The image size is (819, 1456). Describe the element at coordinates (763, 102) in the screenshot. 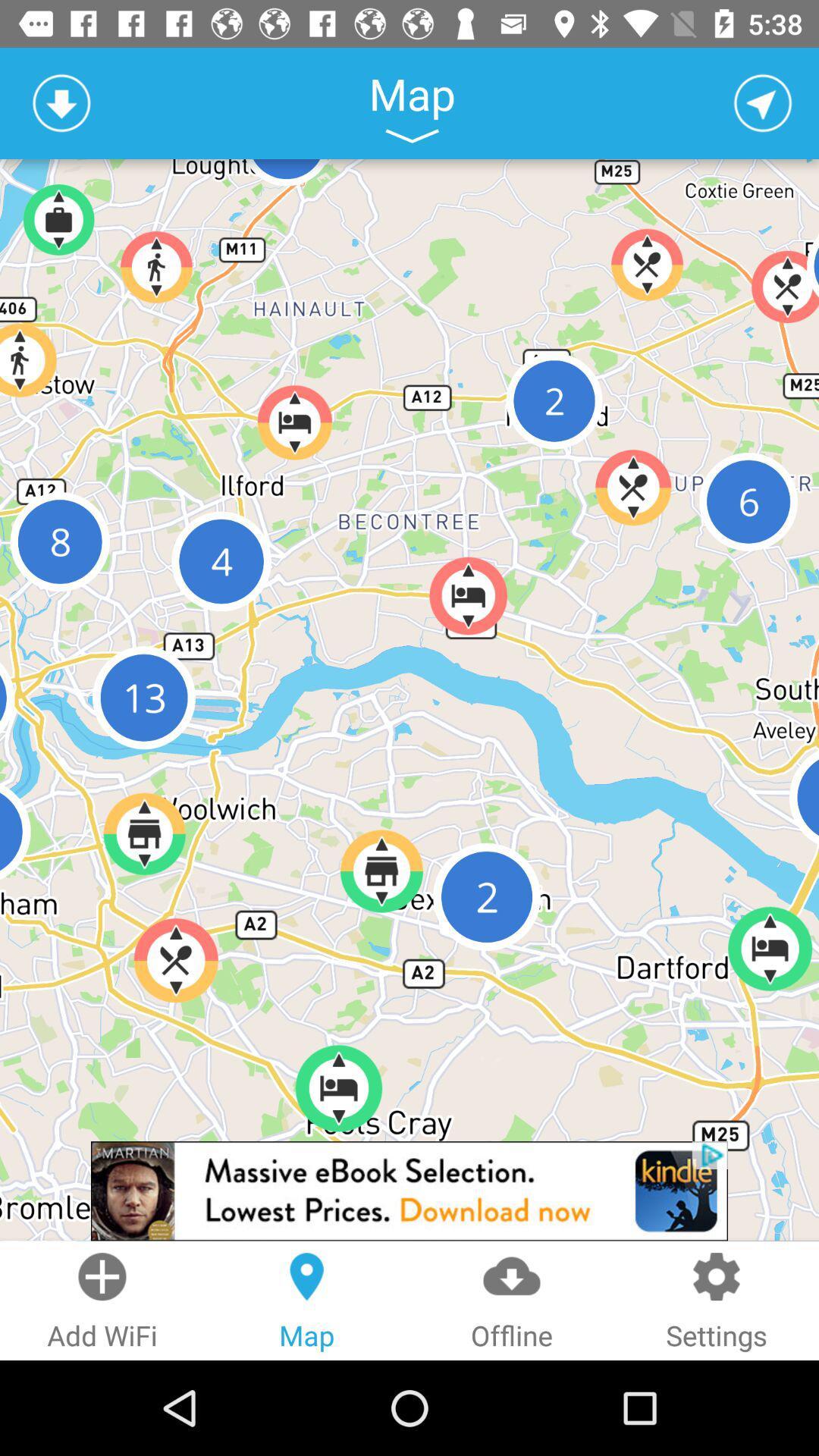

I see `option` at that location.